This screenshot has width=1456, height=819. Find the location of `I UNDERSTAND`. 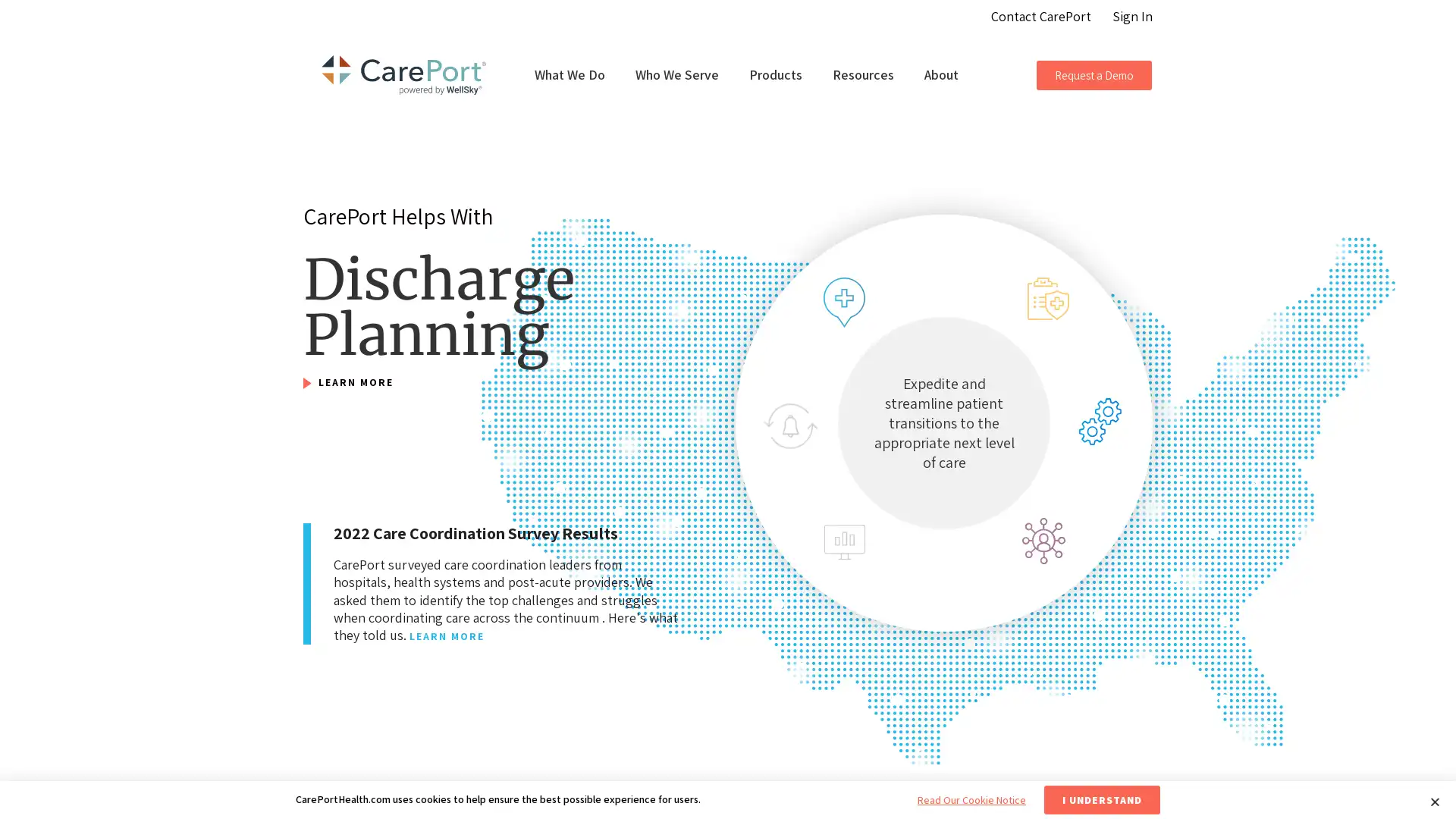

I UNDERSTAND is located at coordinates (1102, 799).